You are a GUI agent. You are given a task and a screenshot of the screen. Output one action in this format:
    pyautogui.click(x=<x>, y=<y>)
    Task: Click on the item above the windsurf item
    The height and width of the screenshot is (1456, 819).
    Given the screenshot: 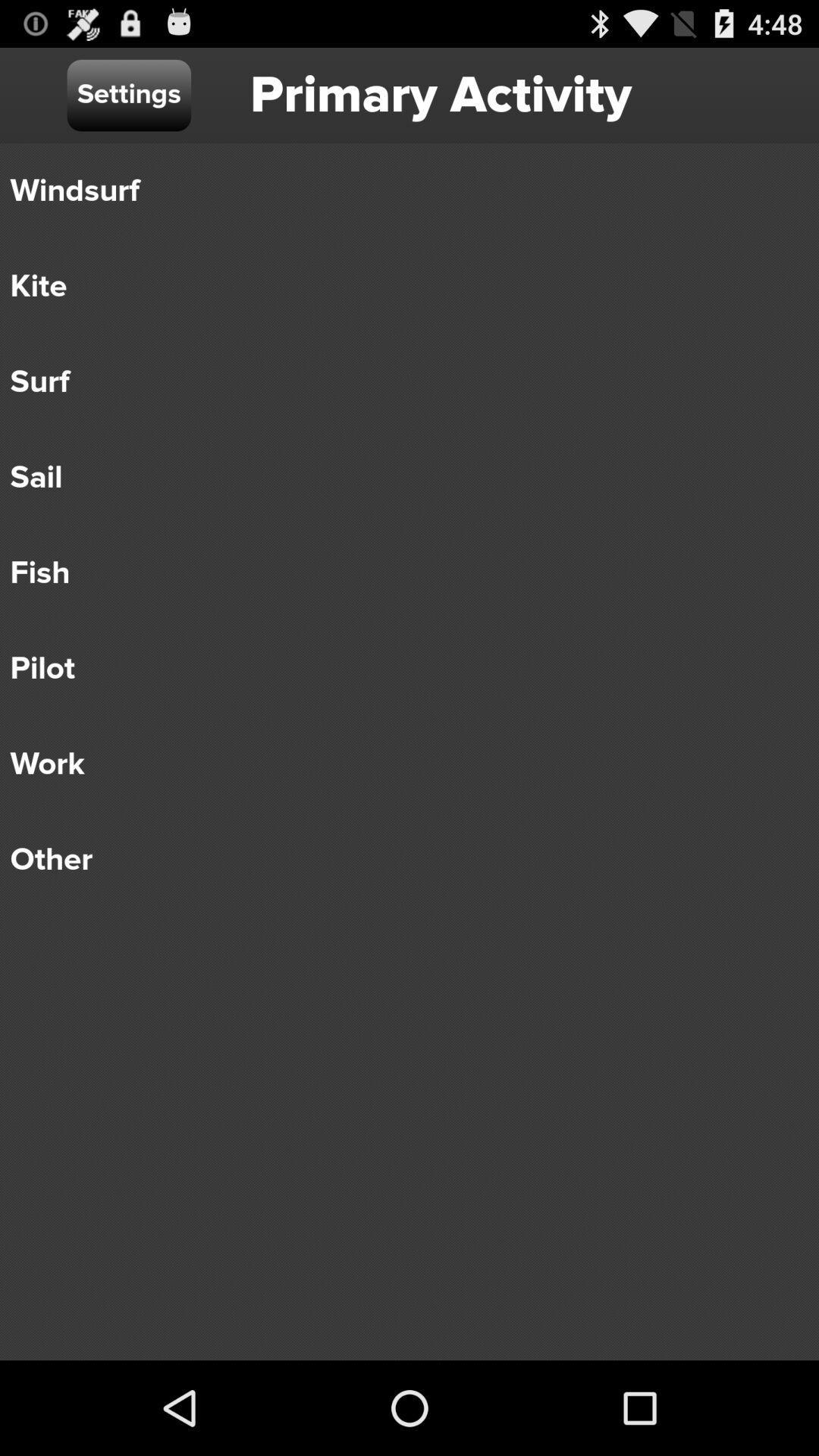 What is the action you would take?
    pyautogui.click(x=128, y=94)
    